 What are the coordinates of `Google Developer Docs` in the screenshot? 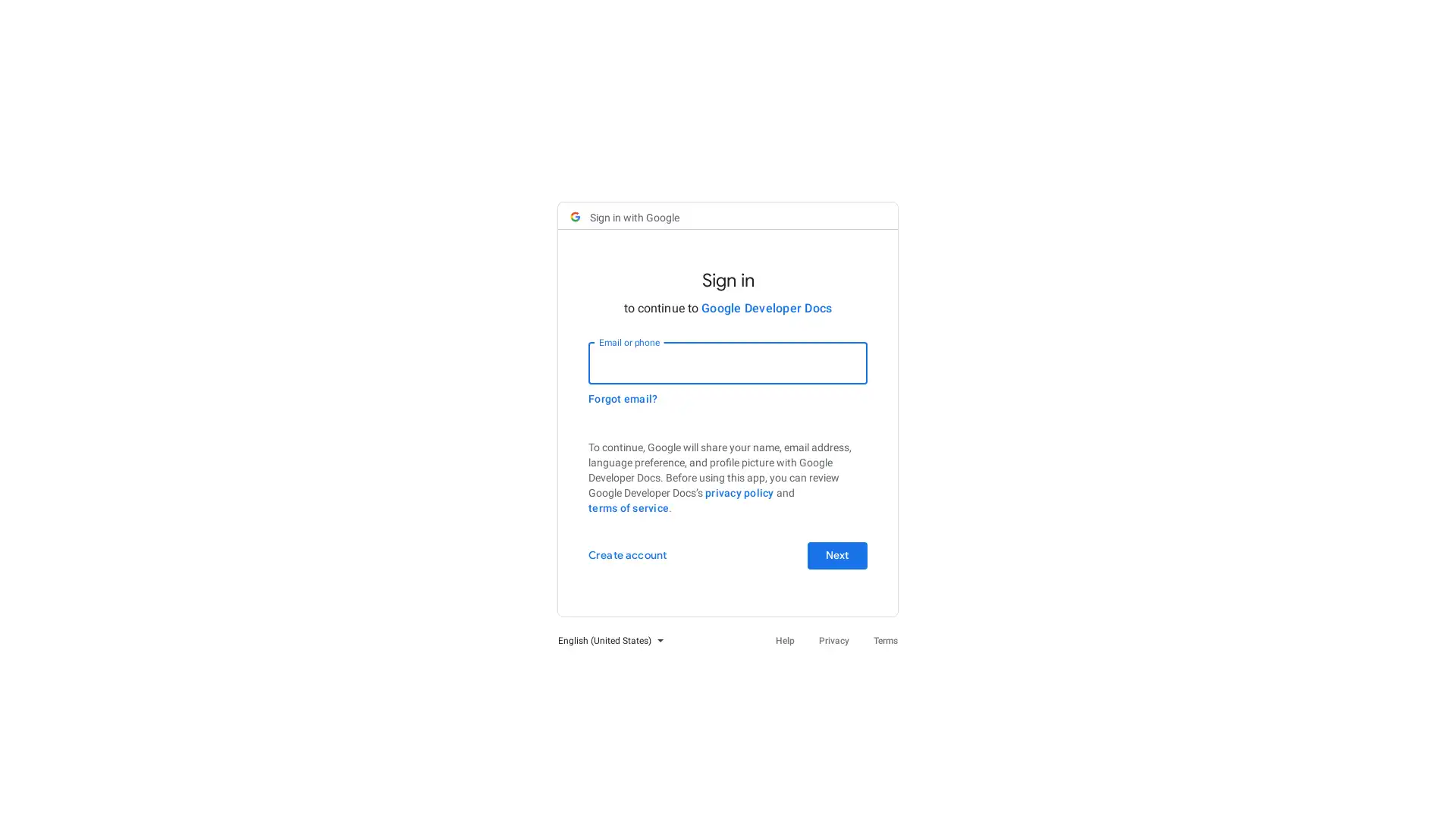 It's located at (767, 307).